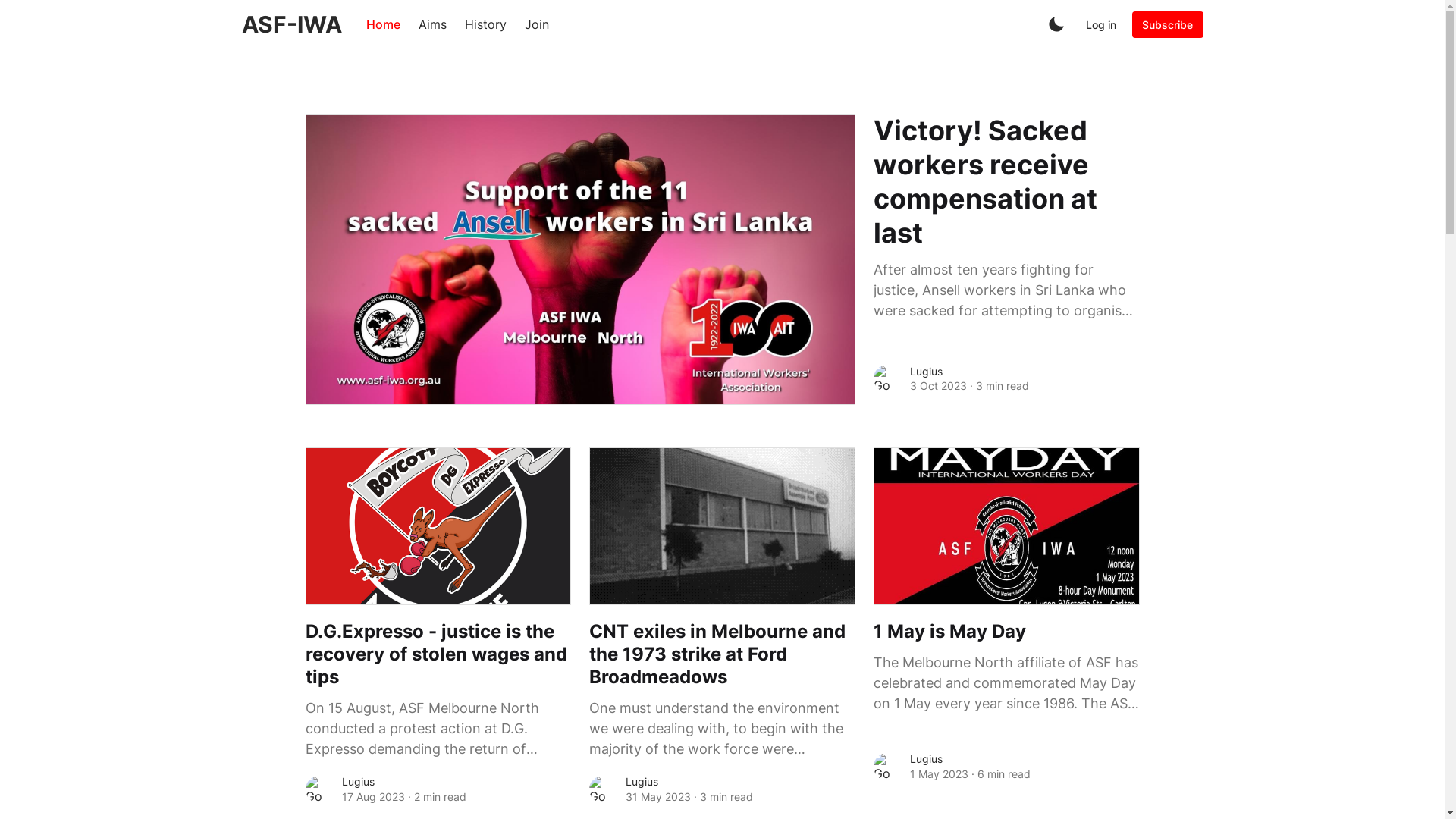 The image size is (1456, 819). I want to click on 'Go to the profile of Lugius', so click(318, 789).